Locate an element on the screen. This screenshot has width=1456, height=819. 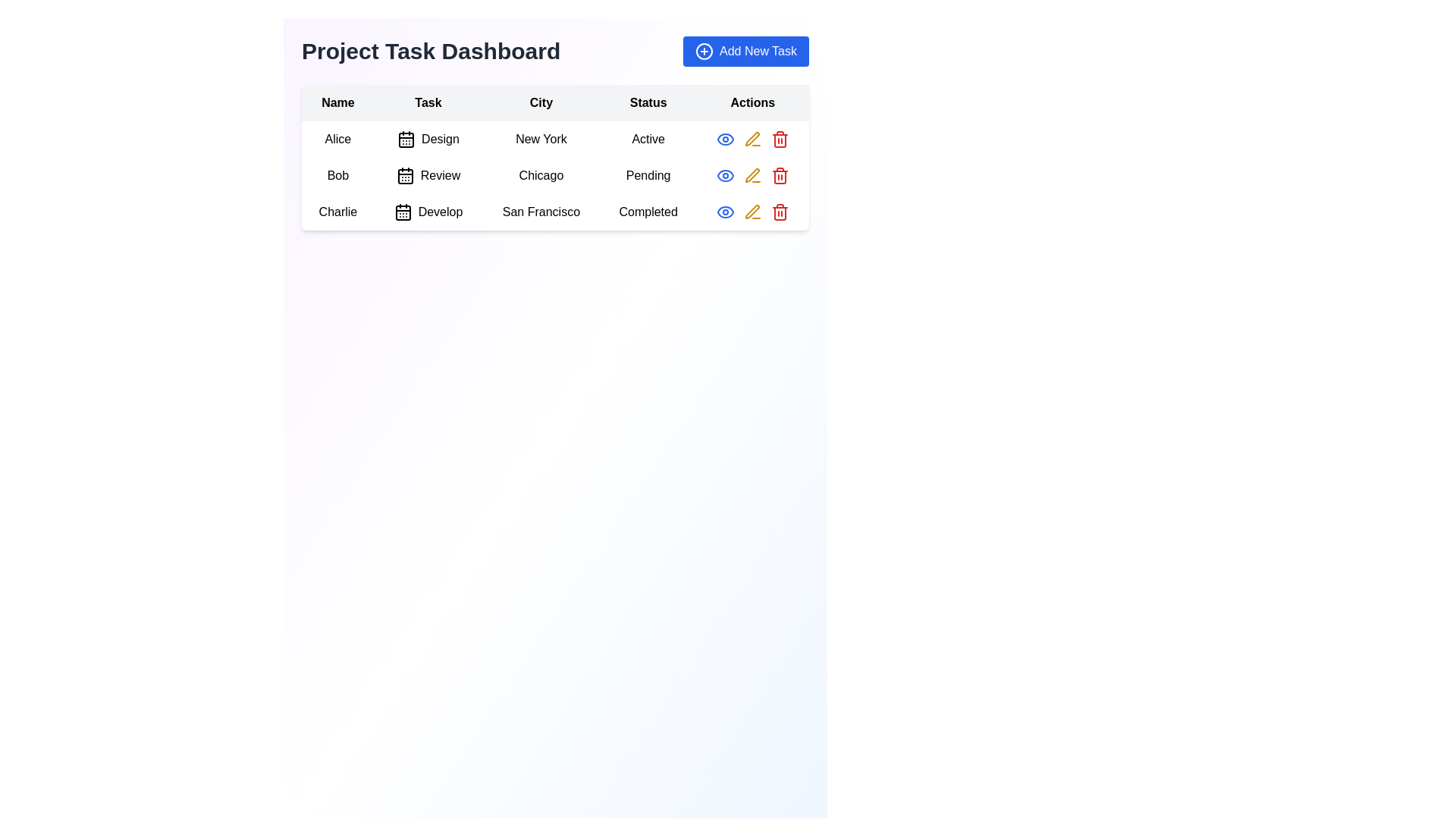
the text label displaying 'Alice' located in the first row and first column of the tabular layout under the column header 'Name' is located at coordinates (337, 140).